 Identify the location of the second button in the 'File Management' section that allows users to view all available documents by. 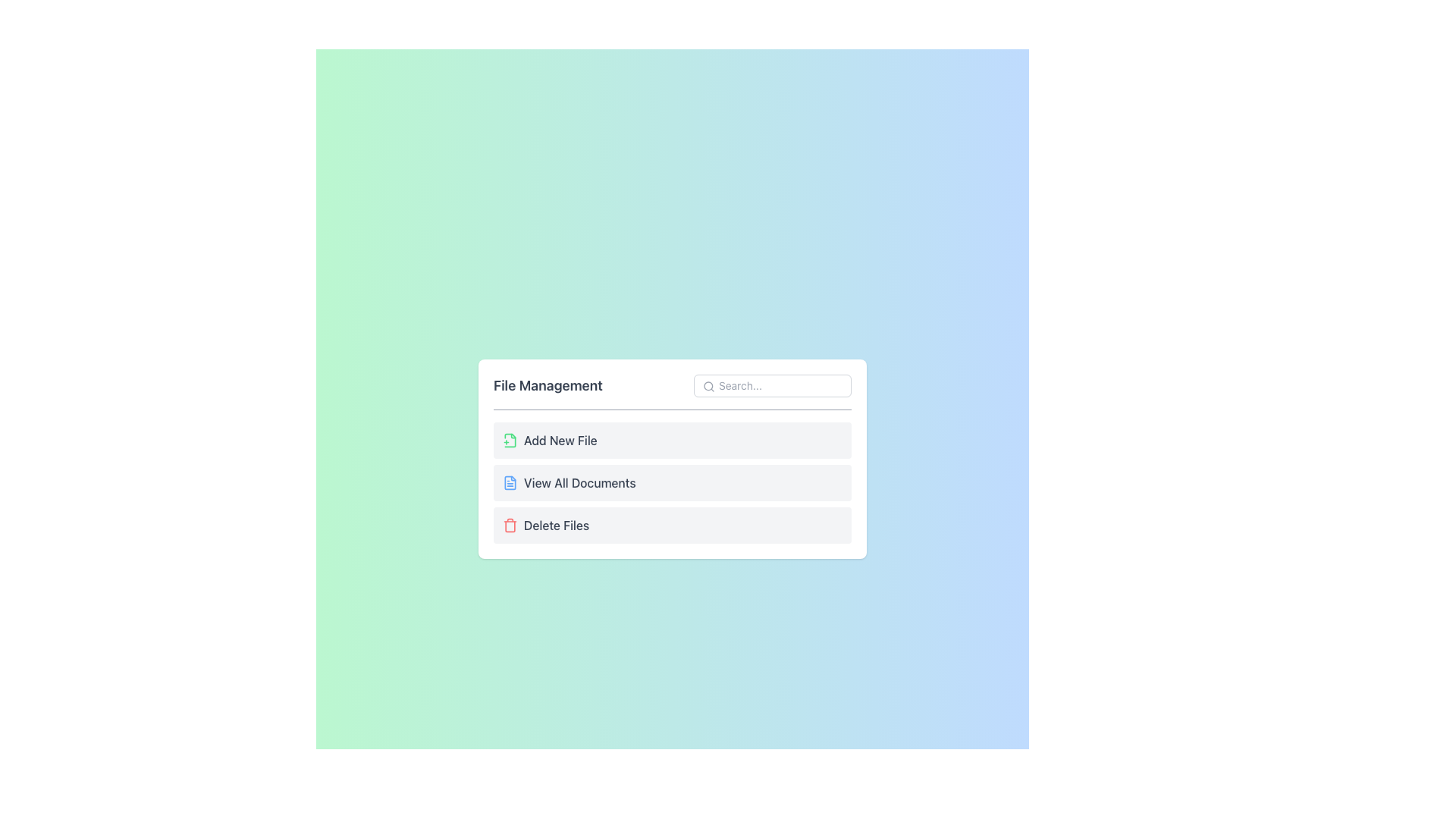
(672, 458).